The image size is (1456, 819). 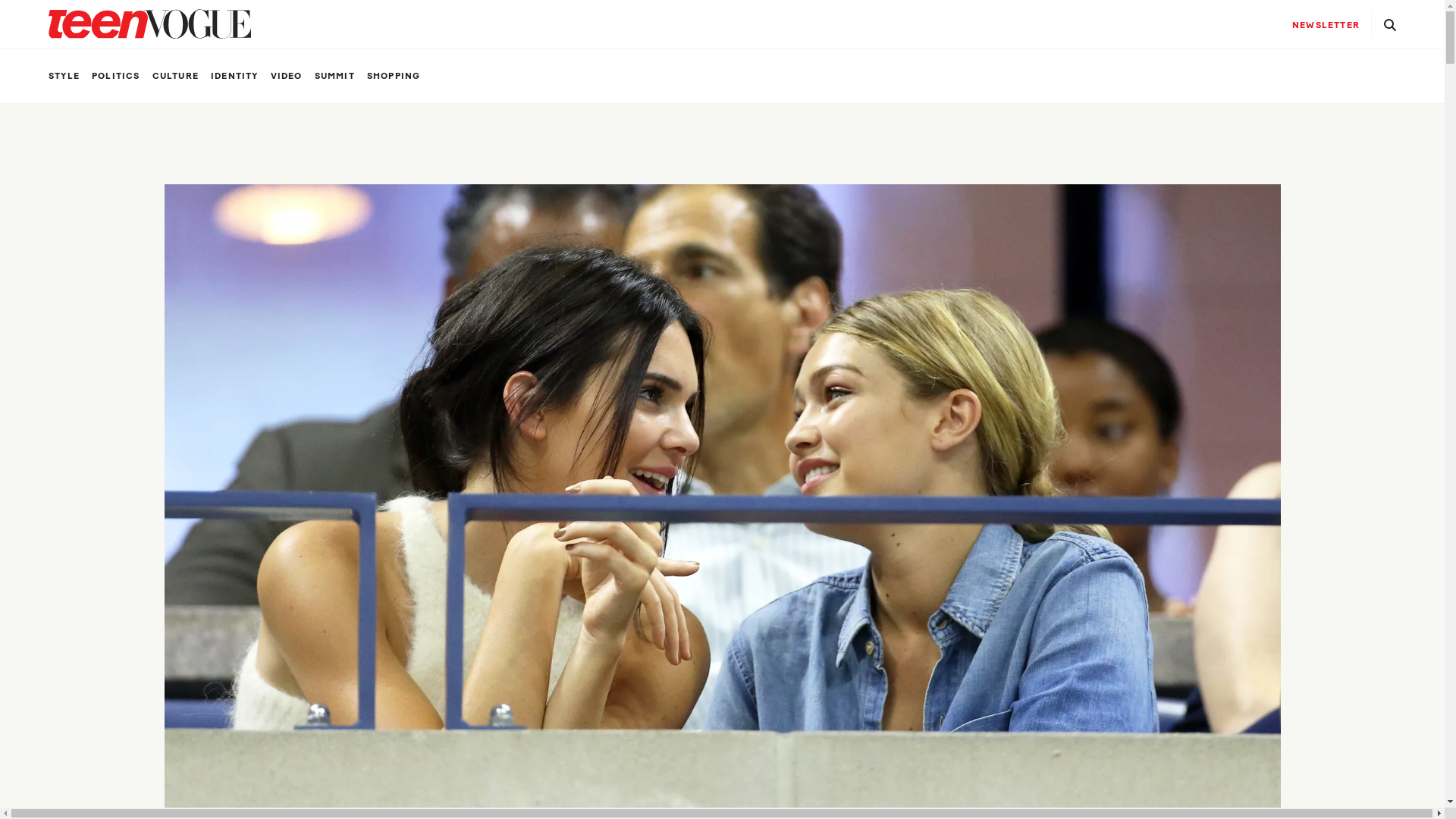 What do you see at coordinates (1279, 25) in the screenshot?
I see `'NEWSLETTER'` at bounding box center [1279, 25].